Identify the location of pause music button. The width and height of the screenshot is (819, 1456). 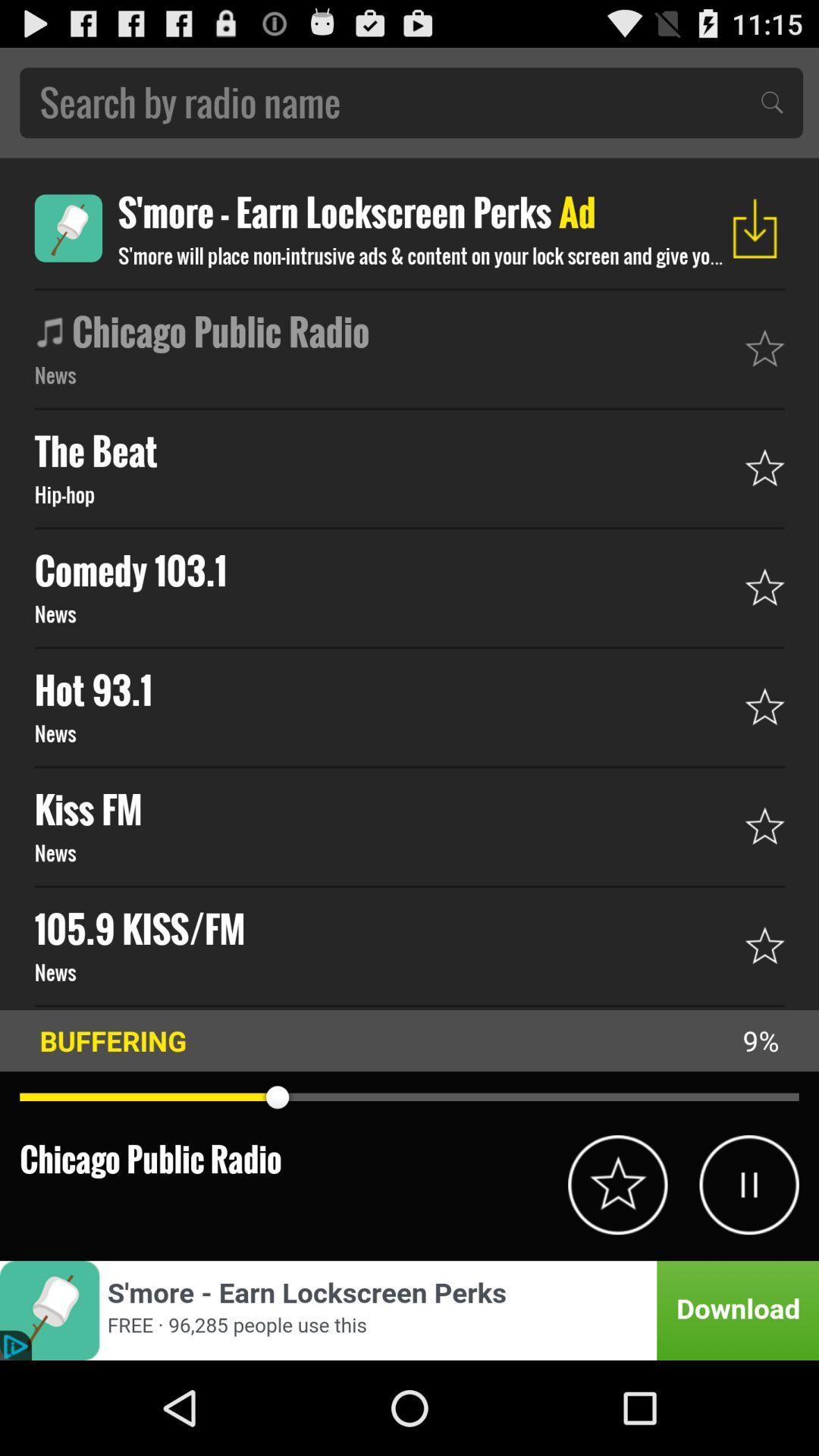
(748, 1184).